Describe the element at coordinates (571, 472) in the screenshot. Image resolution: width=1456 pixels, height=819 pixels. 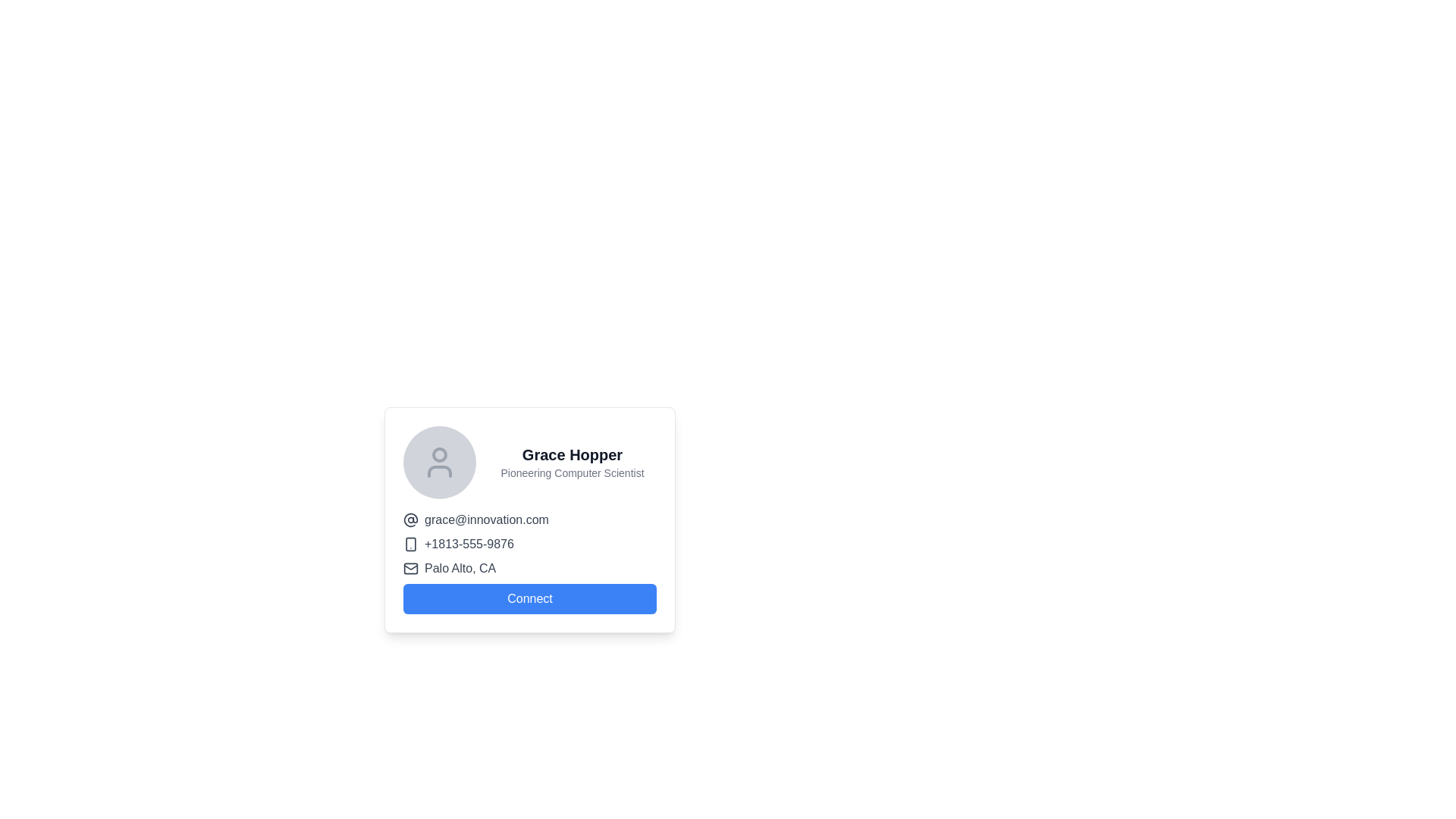
I see `the Text Label that displays 'Pioneering Computer Scientist', which is styled in a small-sized, gray font and located directly underneath the bold 'Grace Hopper' title in the profile card layout` at that location.